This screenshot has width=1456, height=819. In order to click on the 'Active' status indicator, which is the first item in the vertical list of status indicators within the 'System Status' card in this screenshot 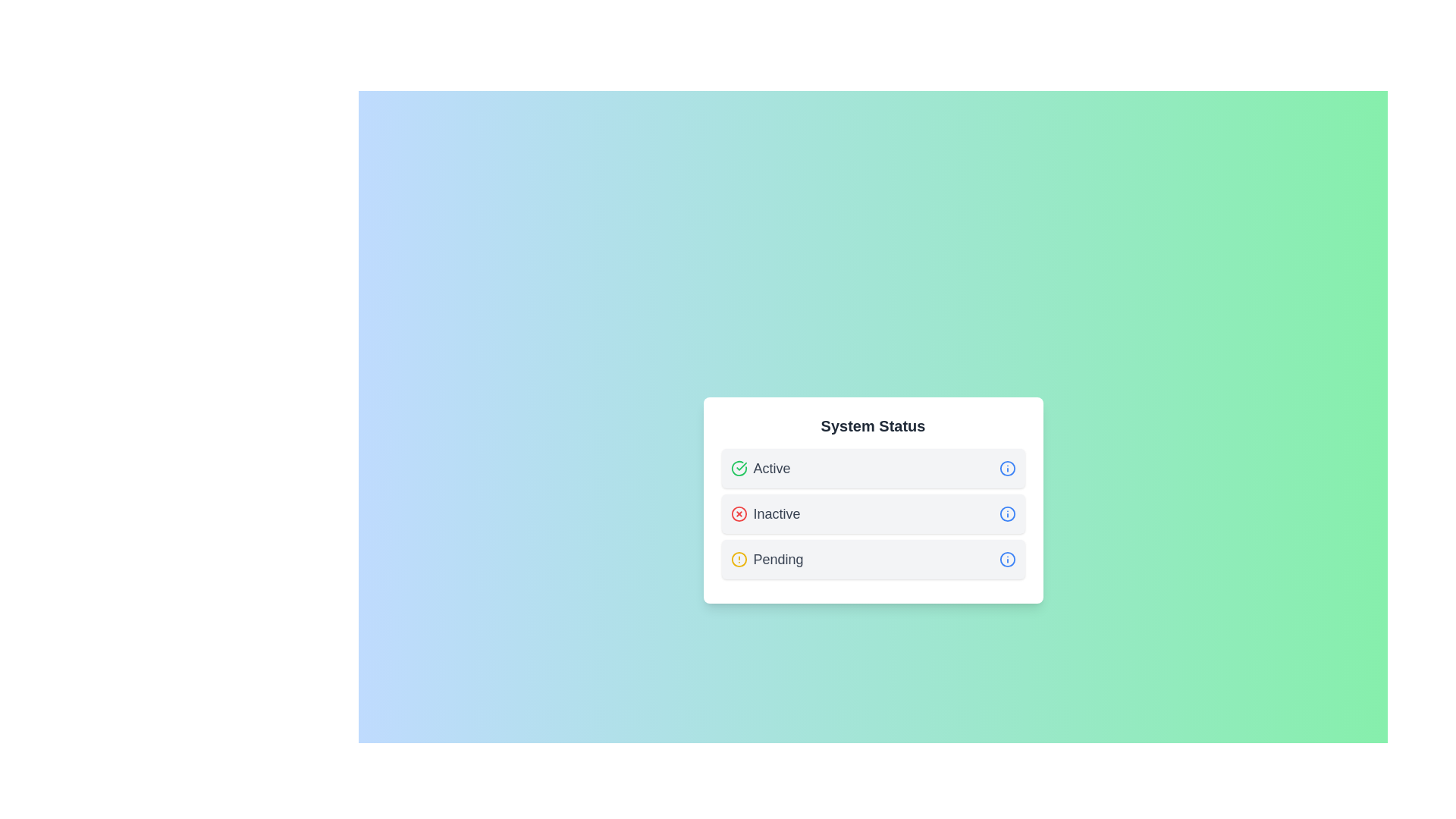, I will do `click(873, 467)`.